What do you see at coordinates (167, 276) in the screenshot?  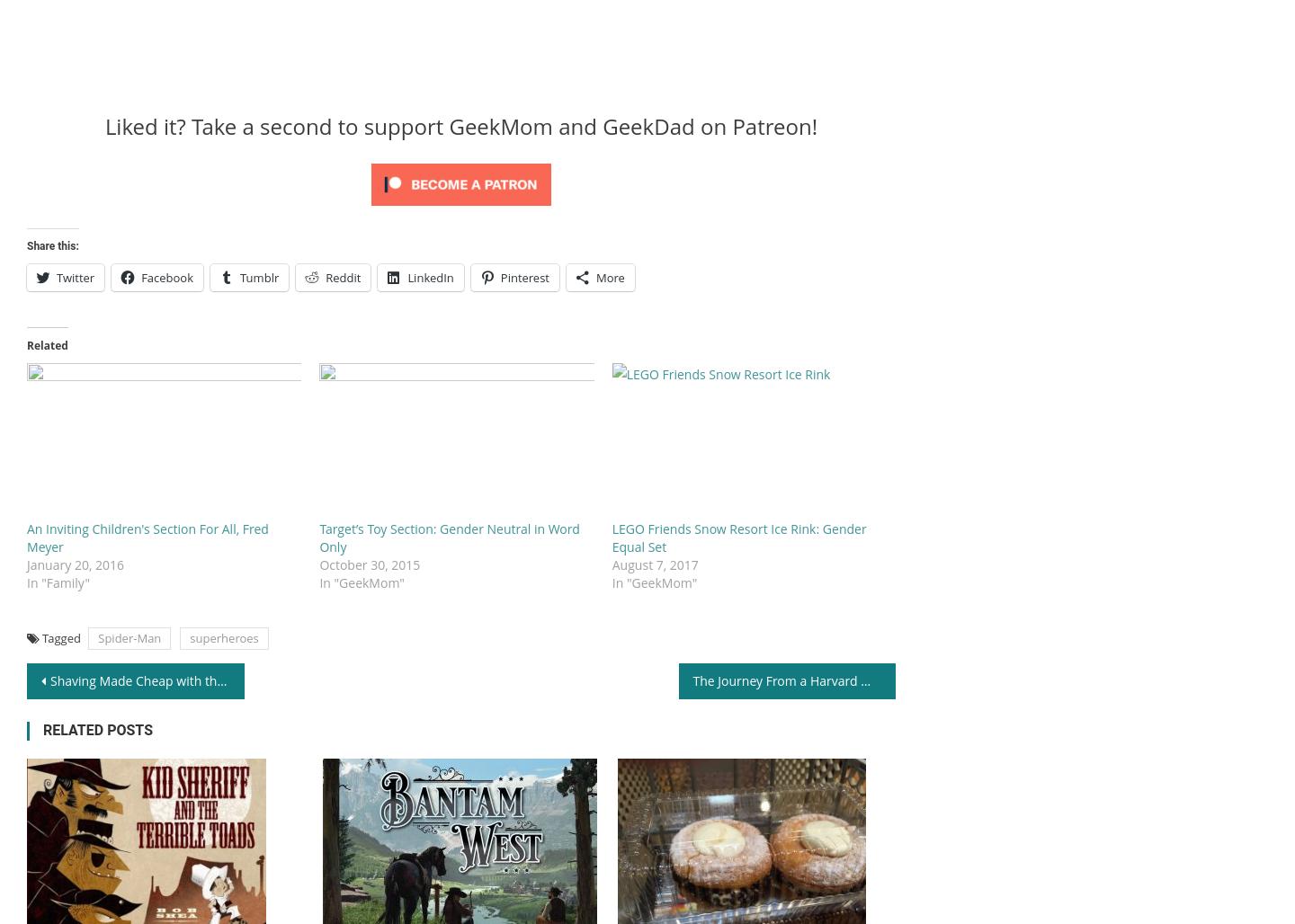 I see `'Facebook'` at bounding box center [167, 276].